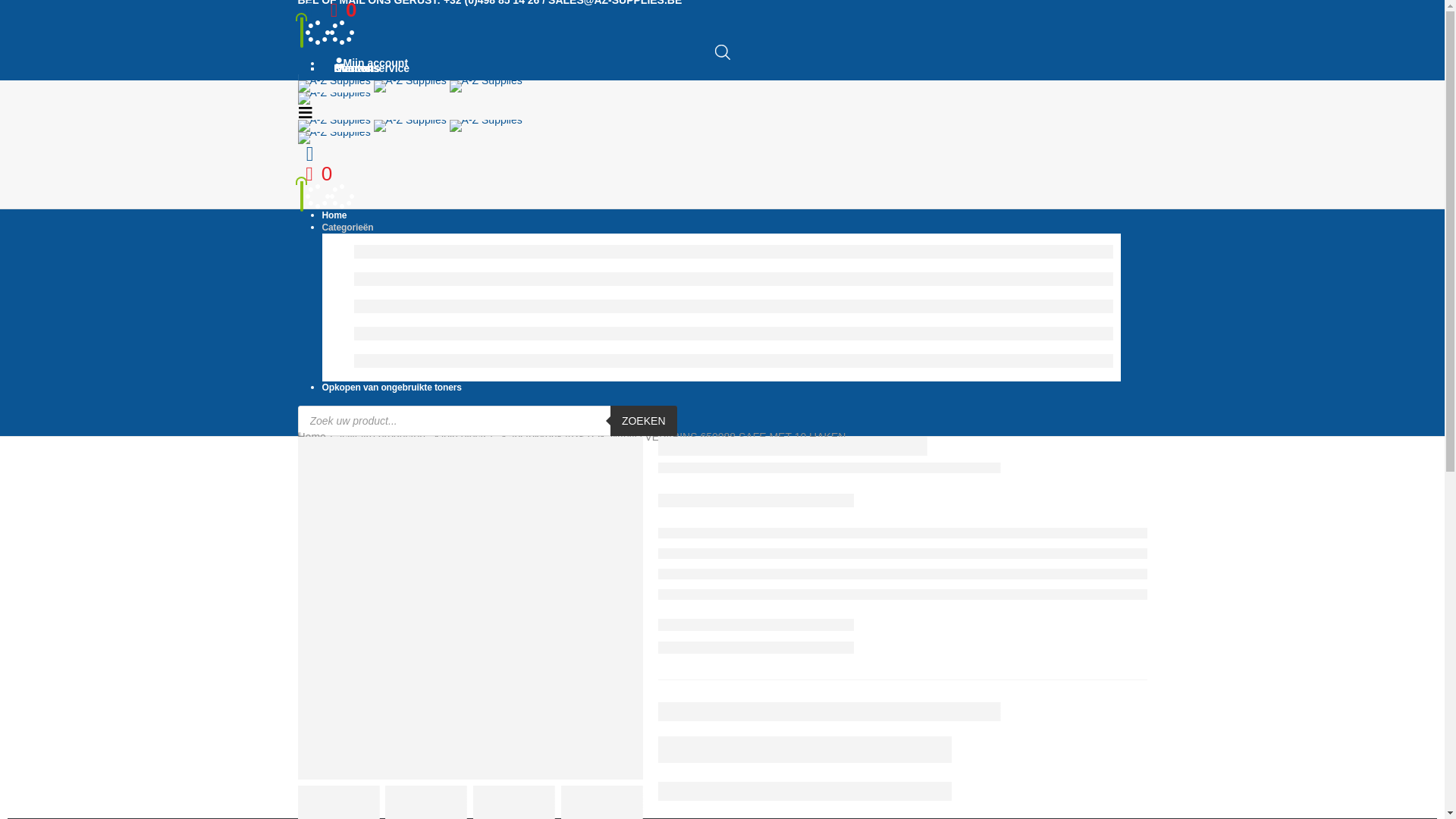  I want to click on 'Facilitaire producten', so click(378, 436).